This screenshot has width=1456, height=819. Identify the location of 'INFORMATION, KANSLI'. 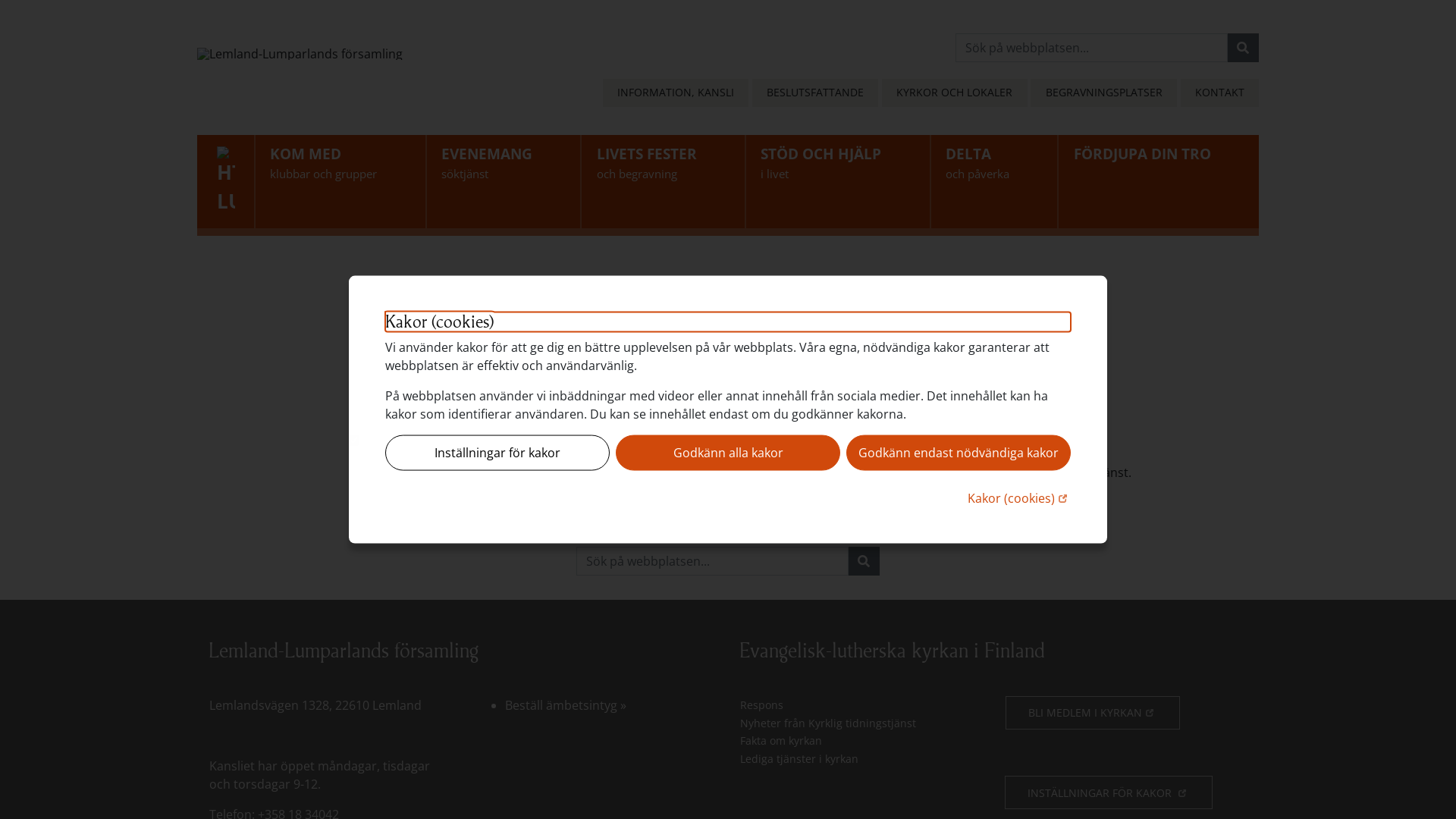
(675, 93).